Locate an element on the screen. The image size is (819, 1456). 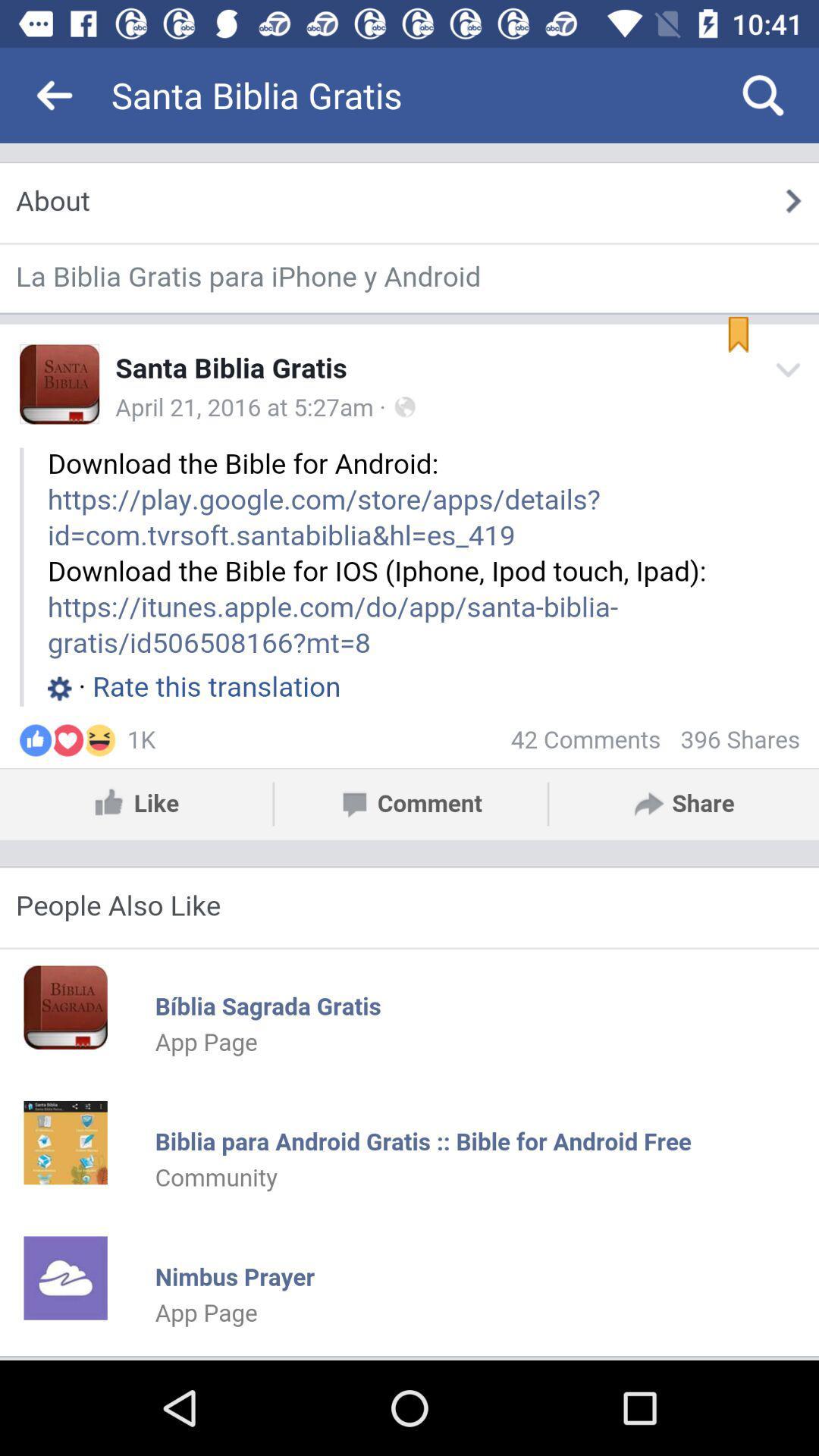
the item at the top left corner is located at coordinates (55, 94).